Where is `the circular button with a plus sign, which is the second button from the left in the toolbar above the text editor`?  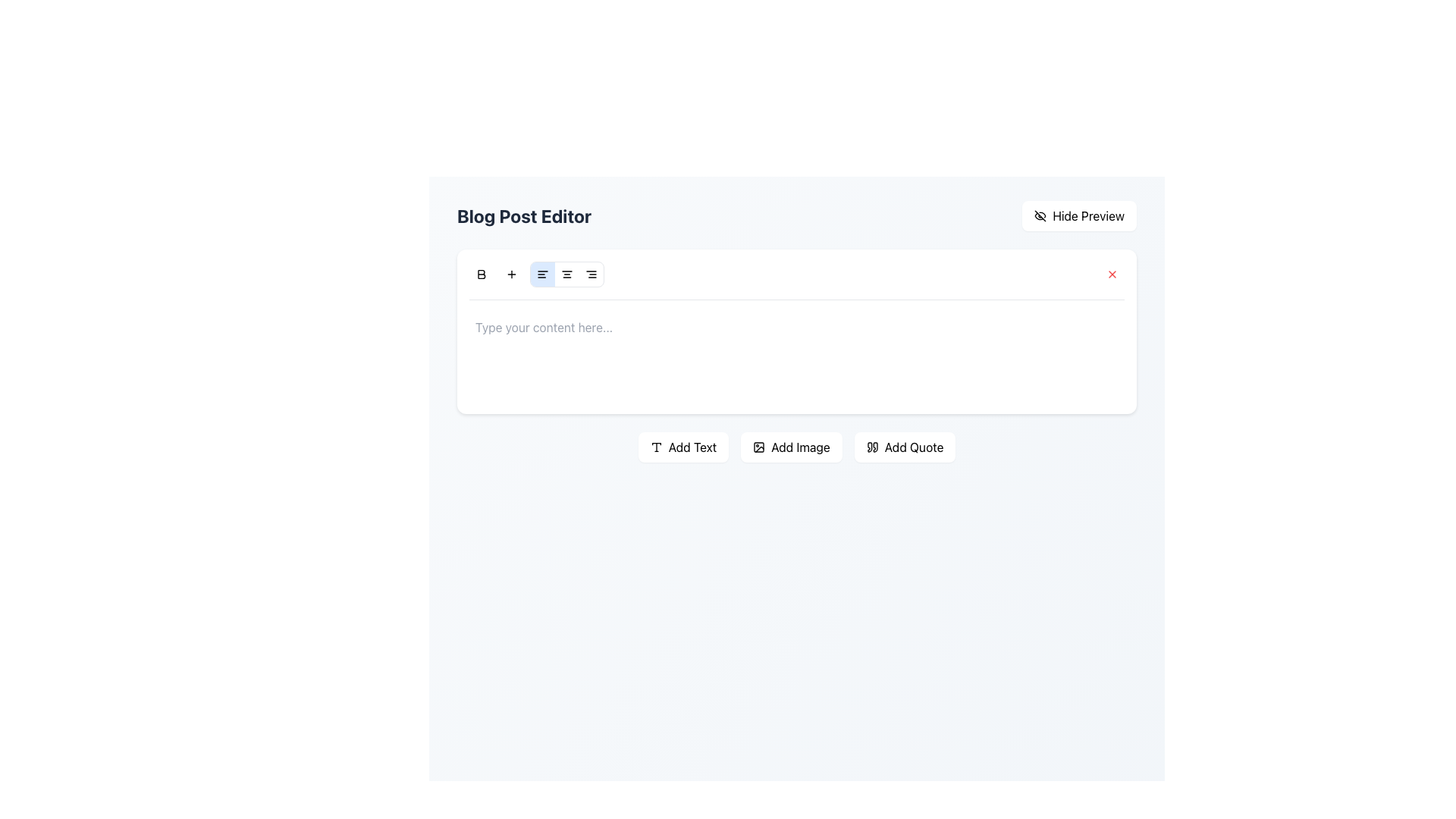
the circular button with a plus sign, which is the second button from the left in the toolbar above the text editor is located at coordinates (512, 275).